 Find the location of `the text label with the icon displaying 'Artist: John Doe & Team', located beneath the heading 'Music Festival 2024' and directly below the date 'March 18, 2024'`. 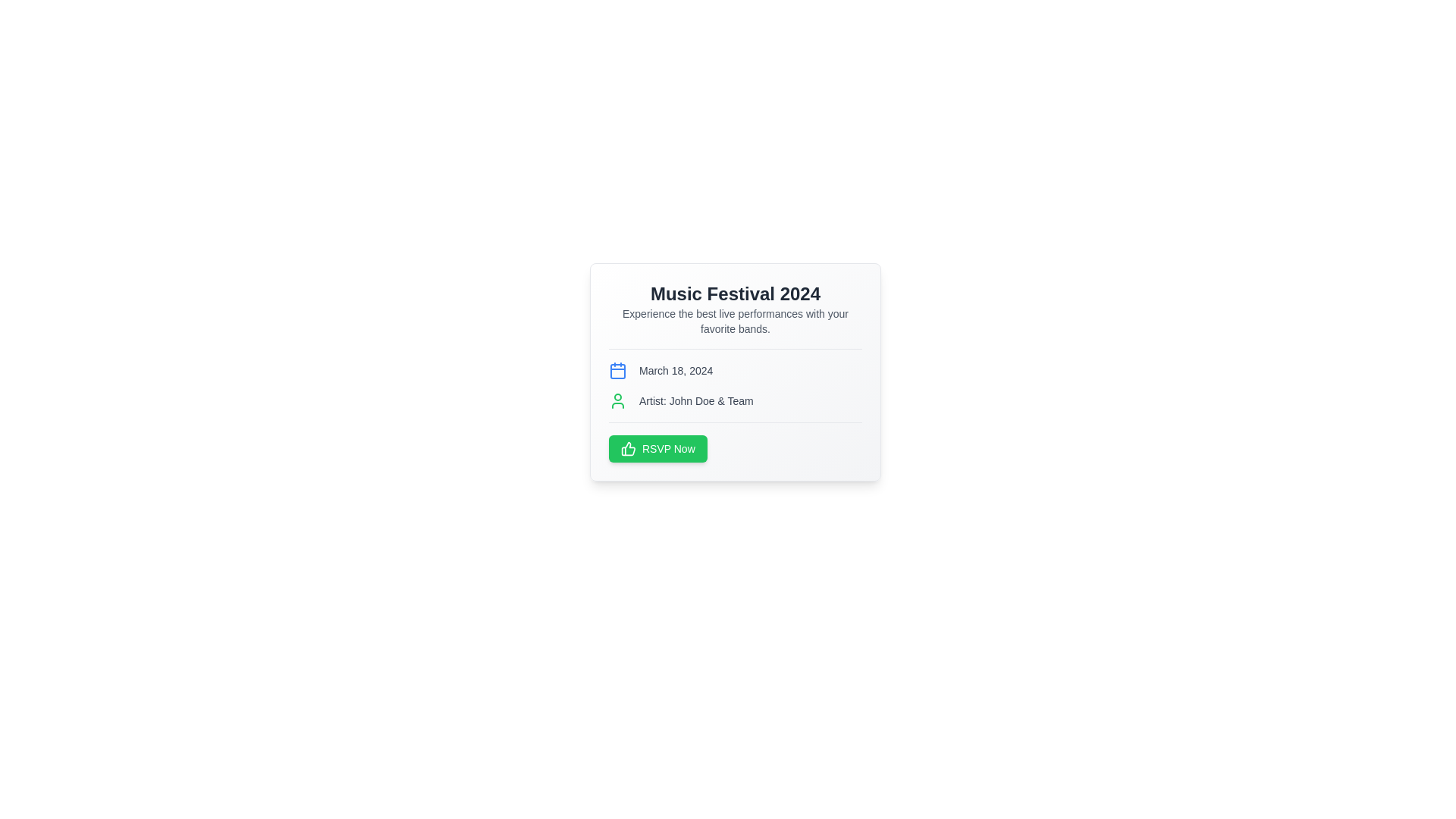

the text label with the icon displaying 'Artist: John Doe & Team', located beneath the heading 'Music Festival 2024' and directly below the date 'March 18, 2024' is located at coordinates (735, 400).